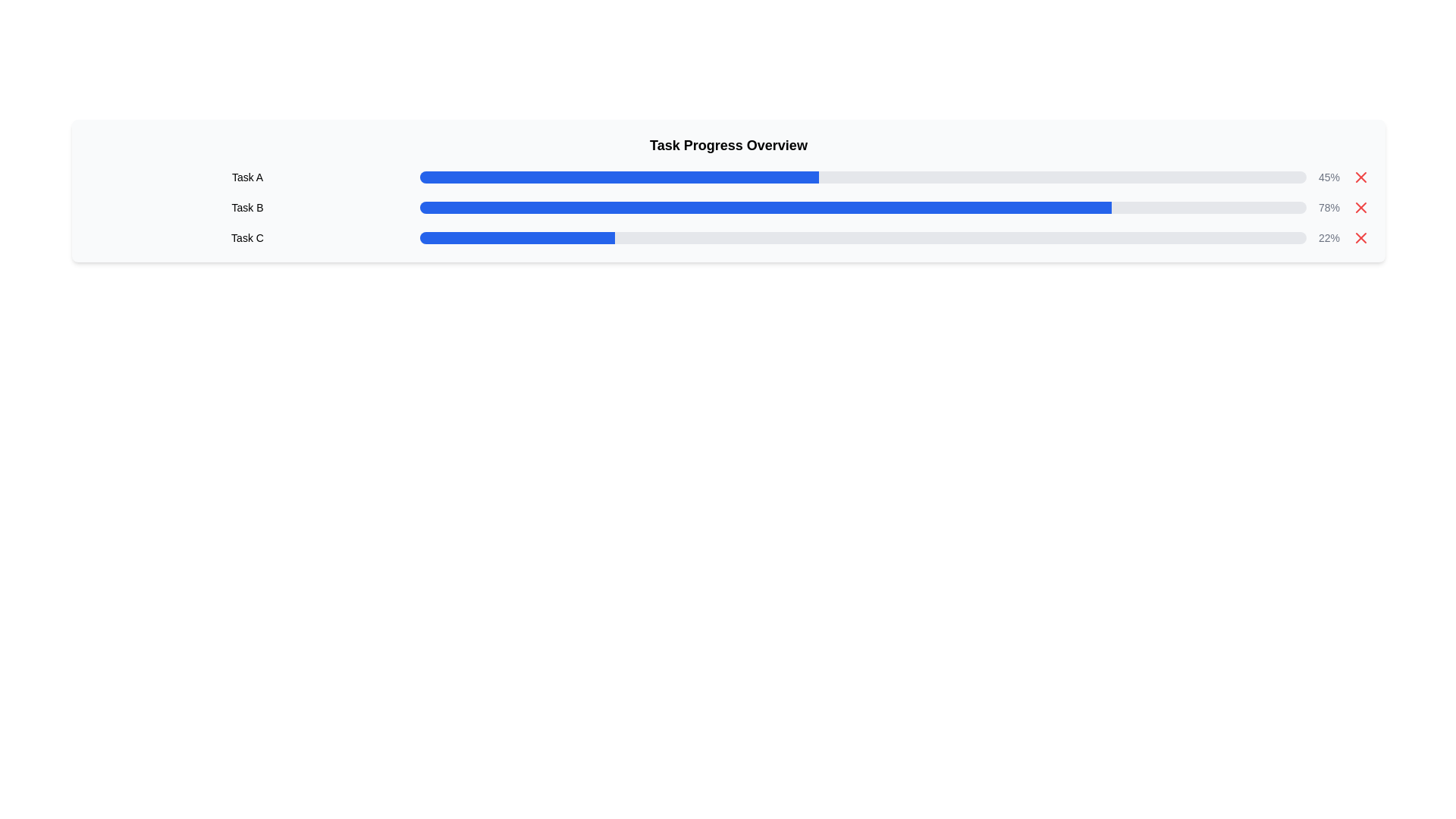 This screenshot has height=819, width=1456. I want to click on the progress bar representing 'Task A' to use the information presented regarding its completion status, so click(728, 177).